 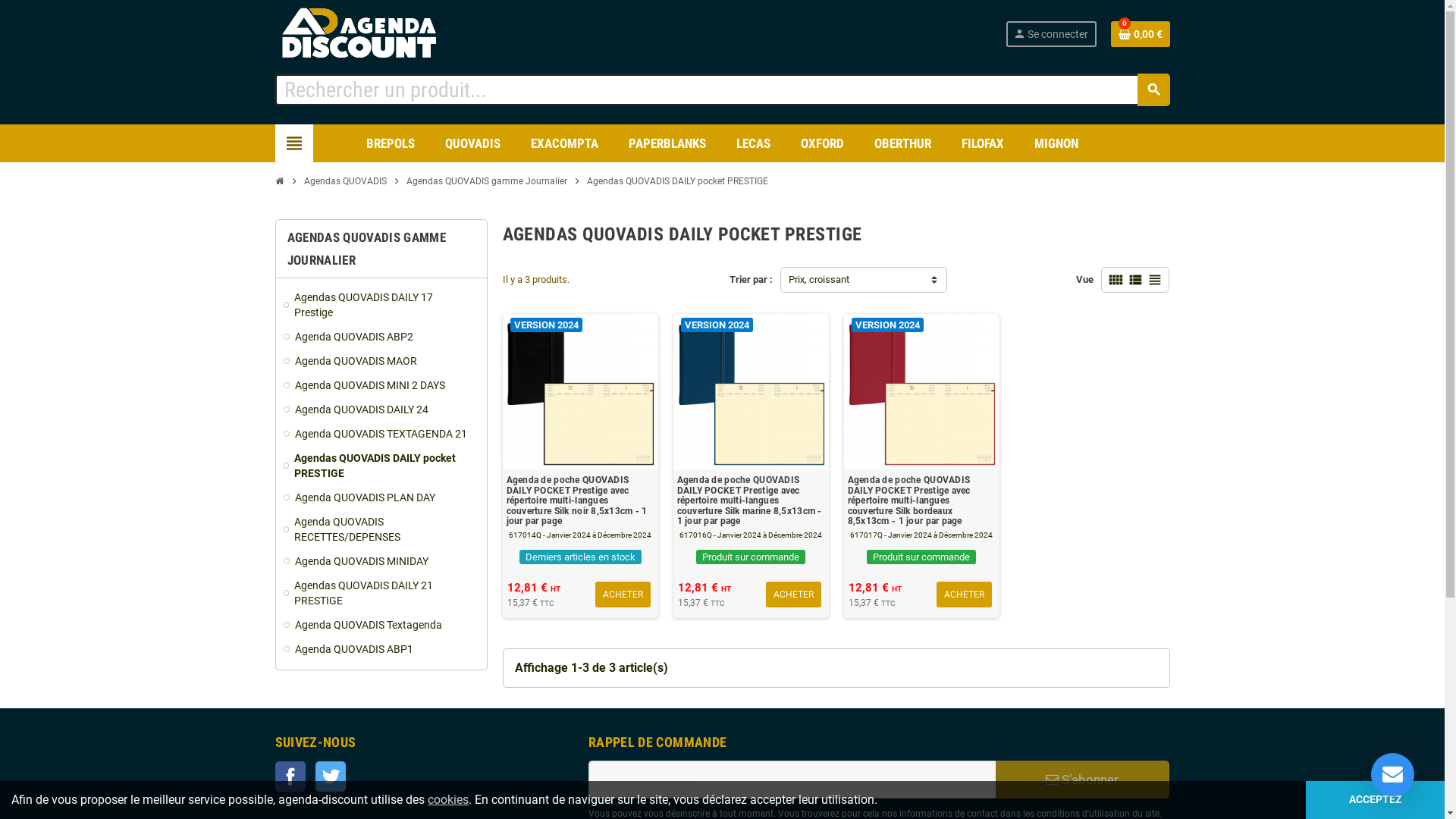 I want to click on 'Agenda QUOVADIS MAOR', so click(x=381, y=360).